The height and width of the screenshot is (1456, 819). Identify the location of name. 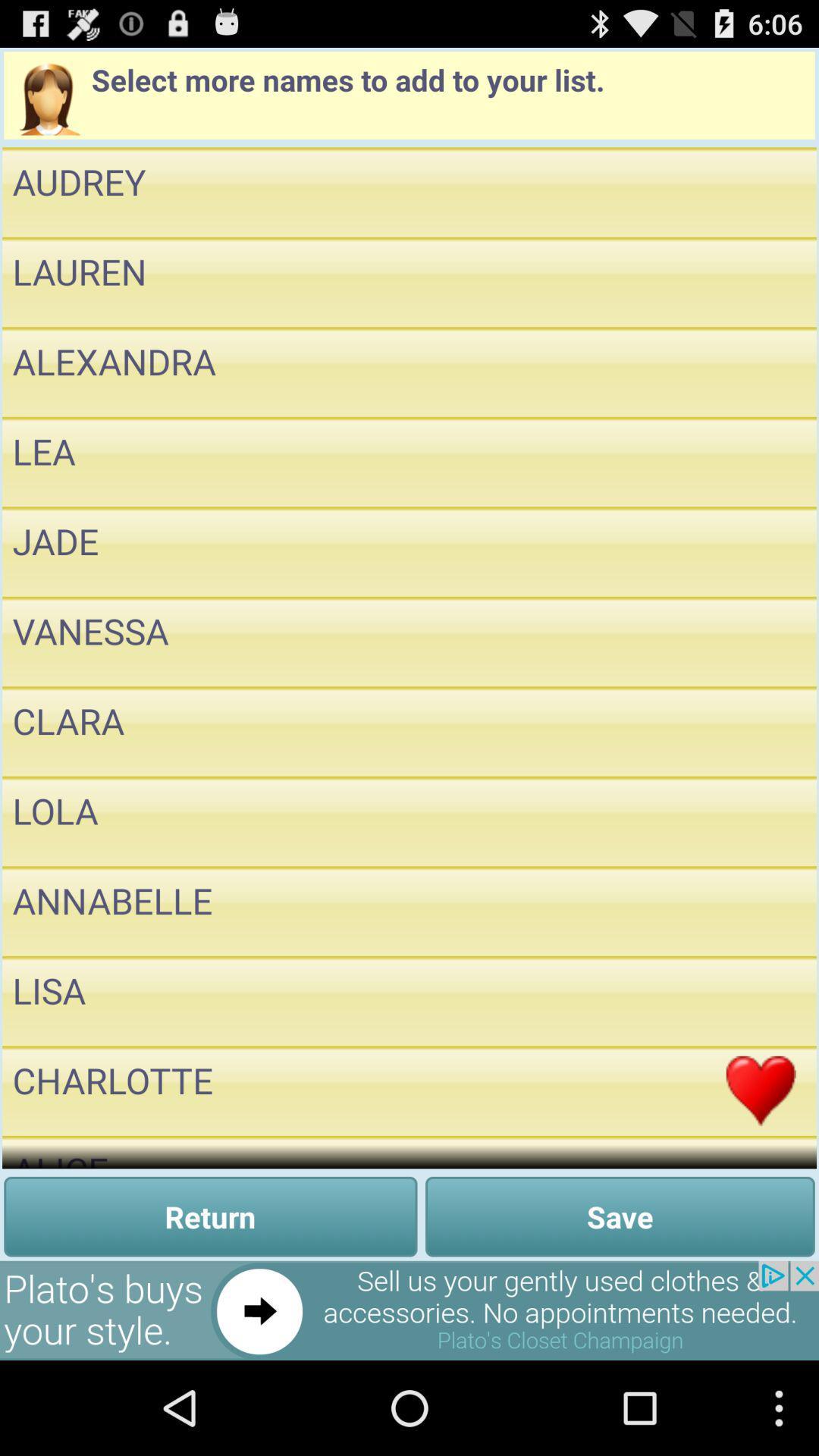
(761, 372).